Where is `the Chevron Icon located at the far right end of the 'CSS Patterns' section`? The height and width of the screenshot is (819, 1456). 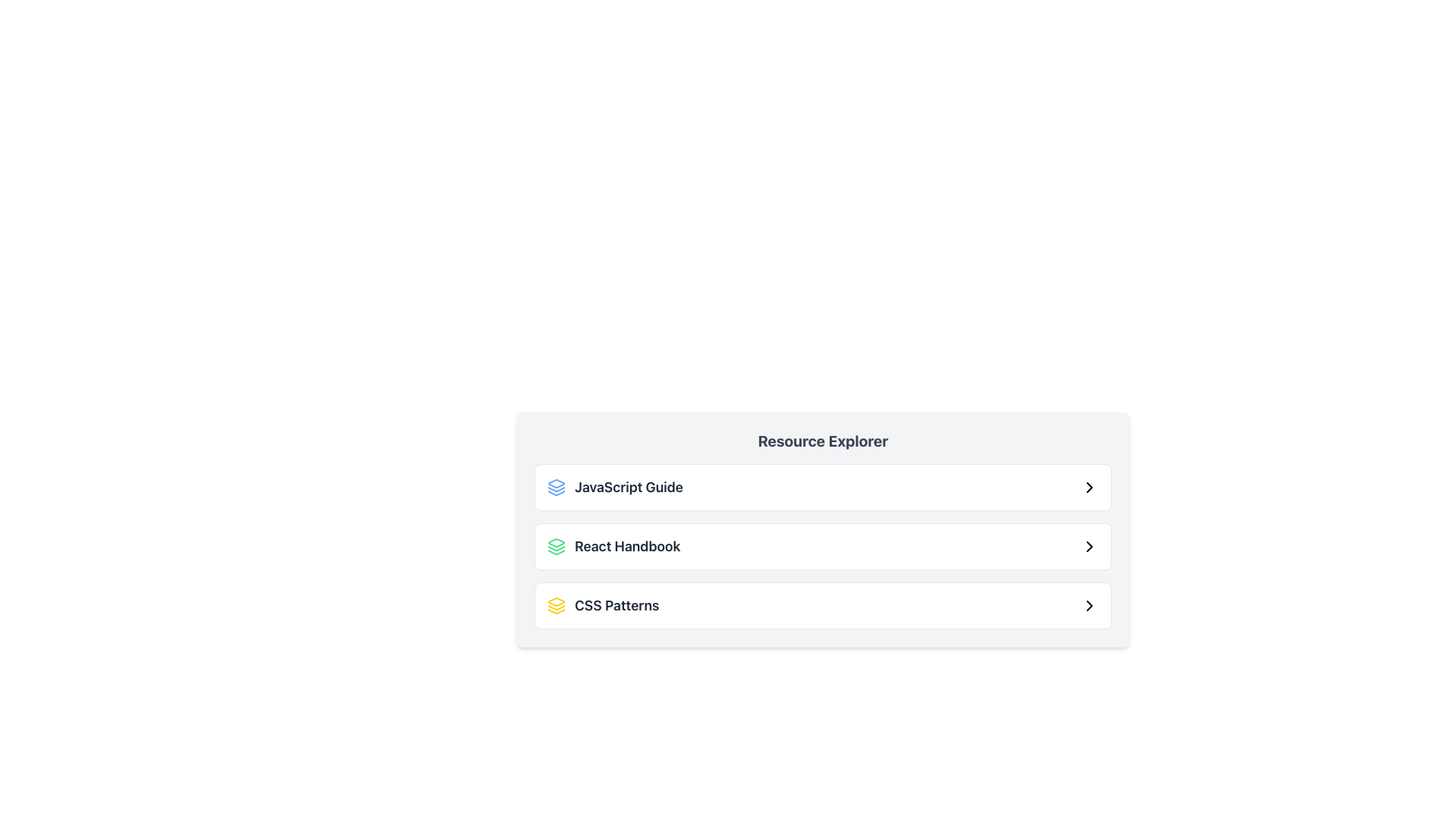 the Chevron Icon located at the far right end of the 'CSS Patterns' section is located at coordinates (1088, 604).